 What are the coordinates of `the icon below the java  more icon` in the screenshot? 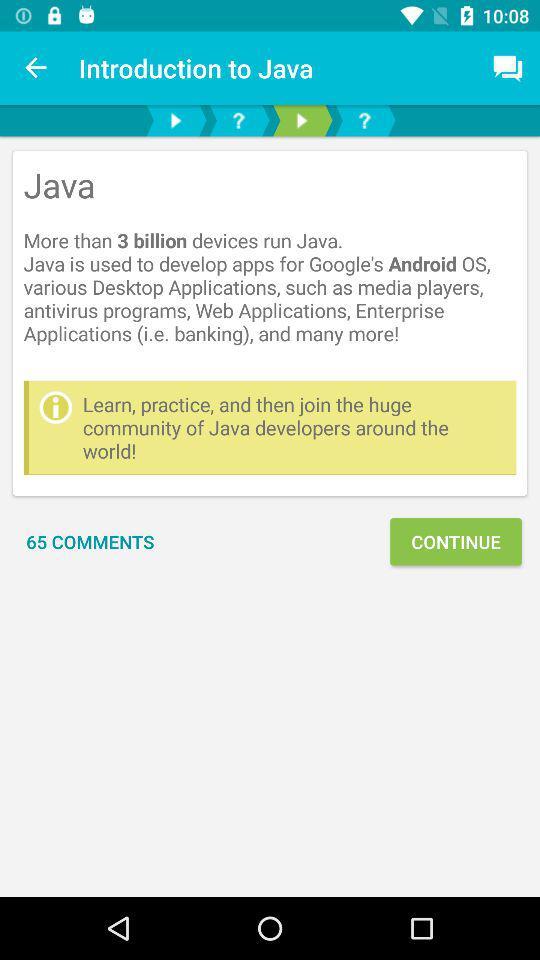 It's located at (293, 427).